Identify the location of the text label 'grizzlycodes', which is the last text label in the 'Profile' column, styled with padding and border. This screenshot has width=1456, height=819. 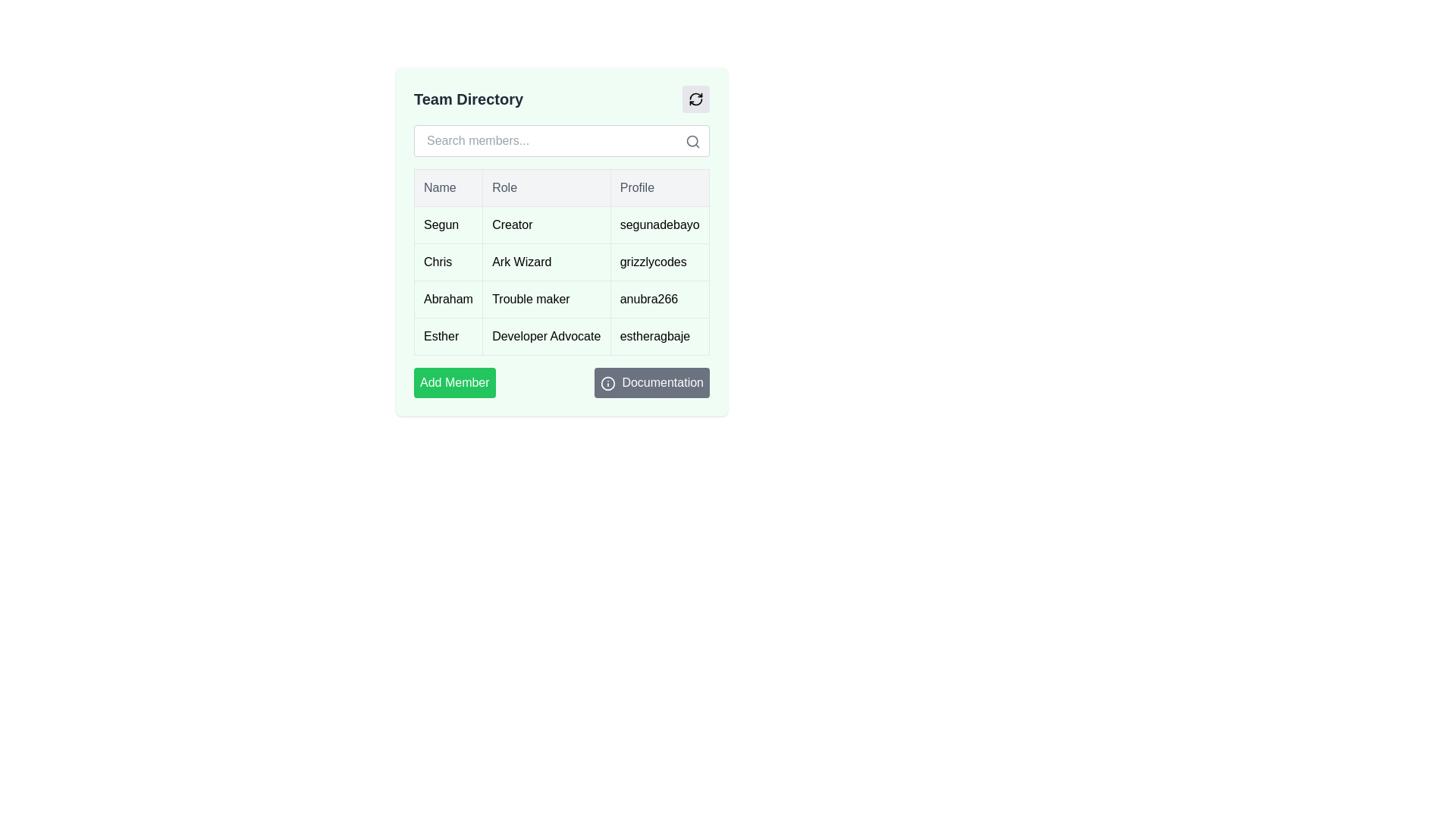
(660, 262).